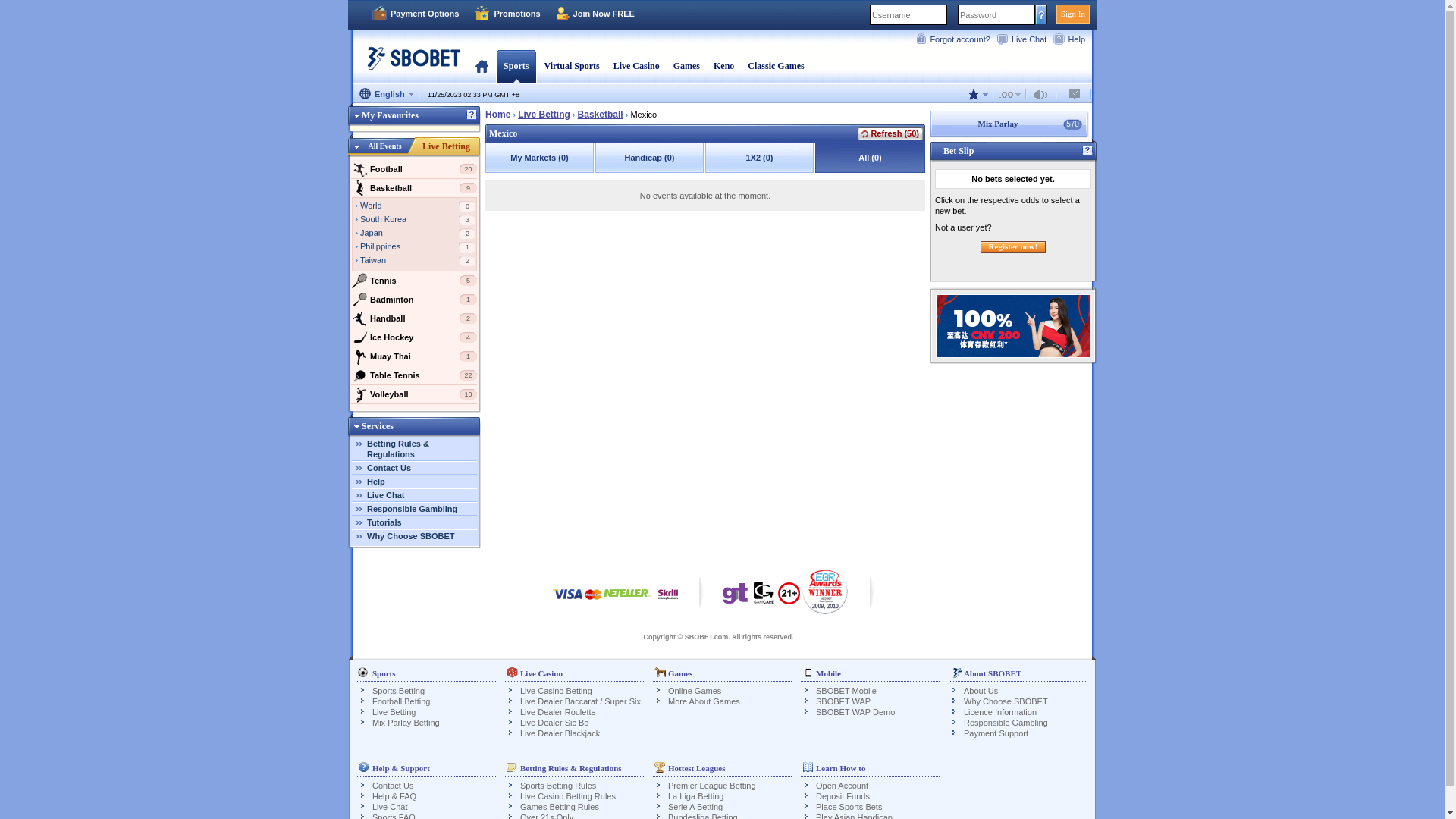  I want to click on 'Tutorials', so click(367, 522).